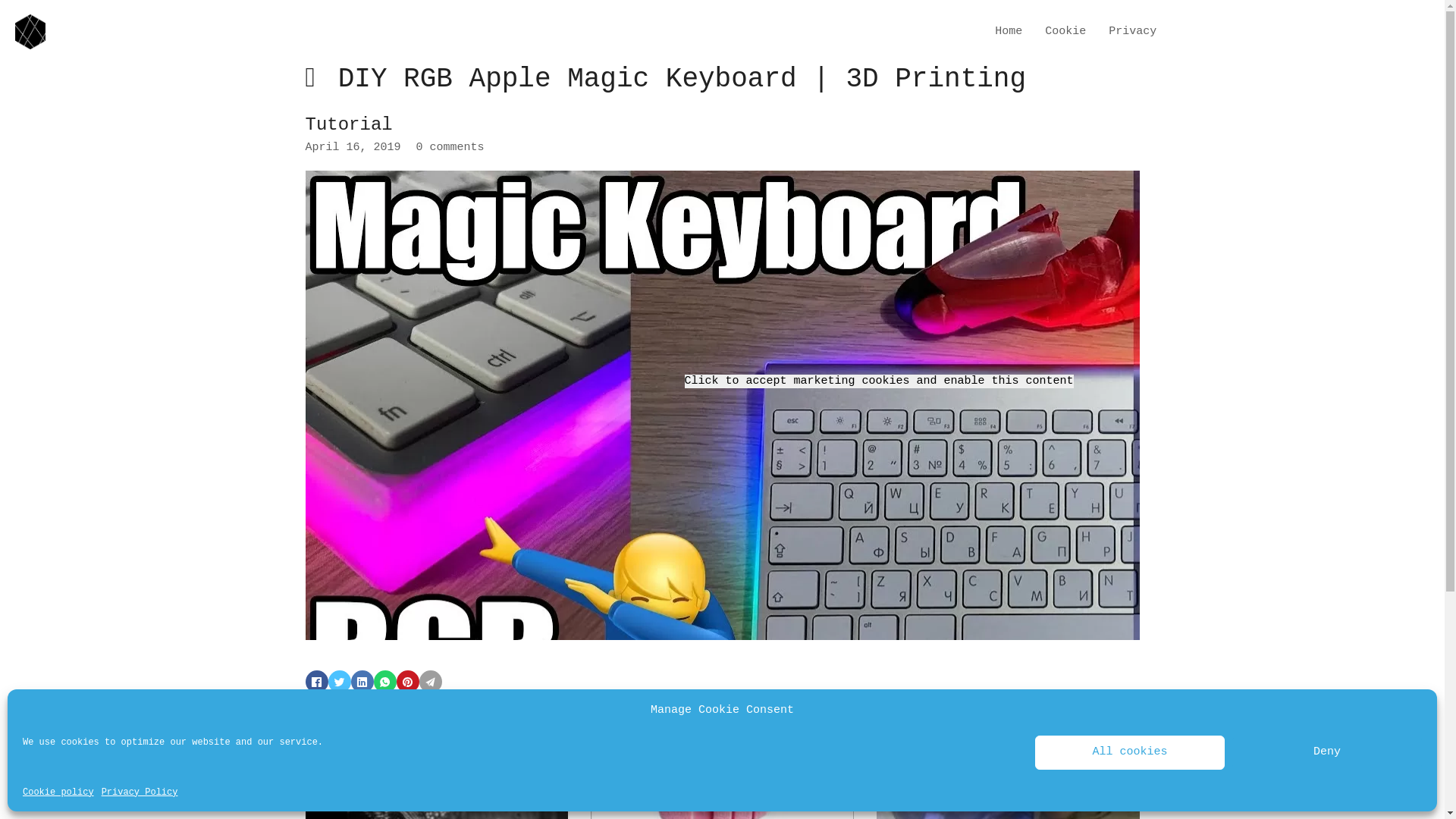 The height and width of the screenshot is (819, 1456). I want to click on 'All cookies', so click(1034, 752).